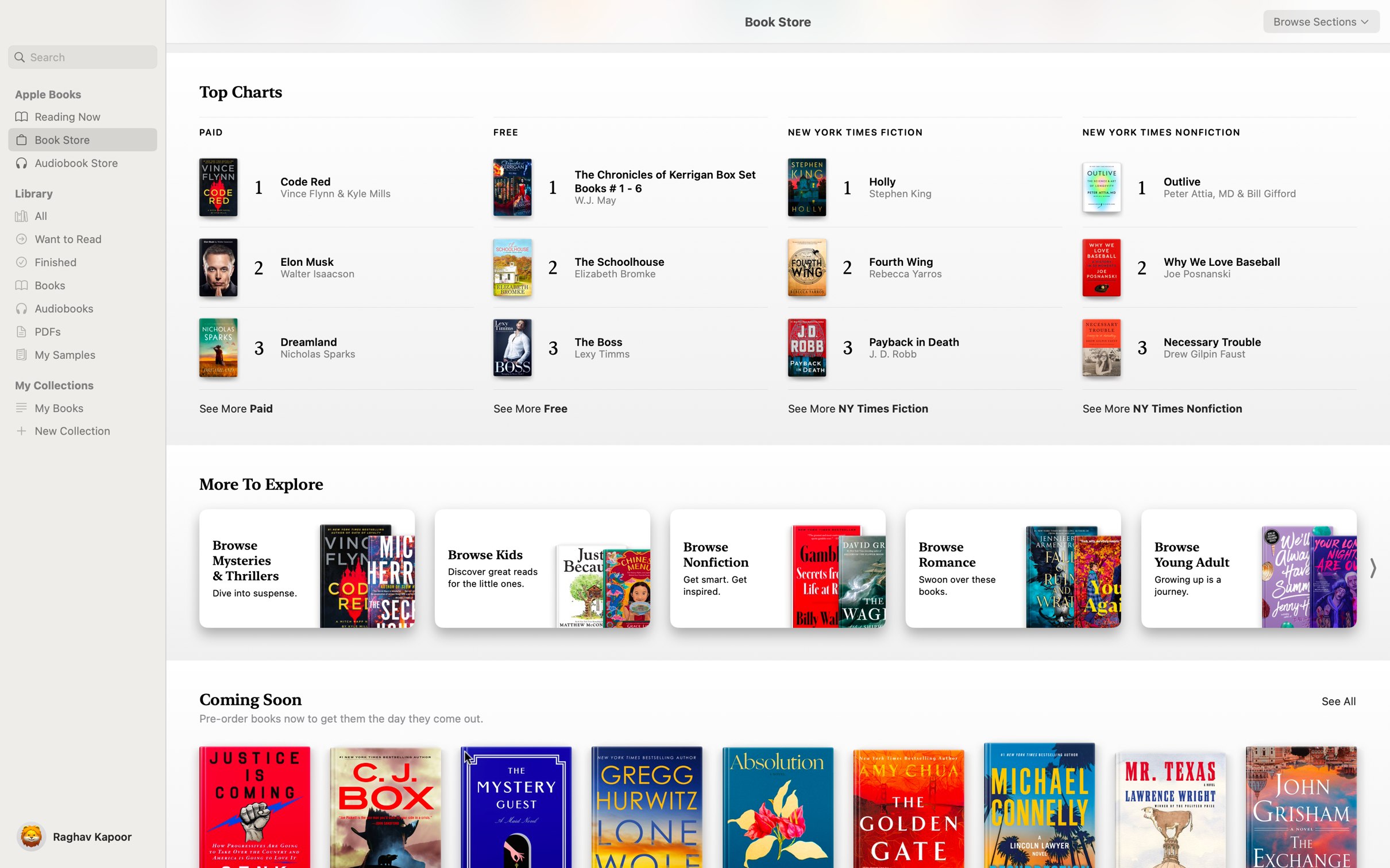  I want to click on Browse Romance books from top right dropdown, so click(1321, 21).